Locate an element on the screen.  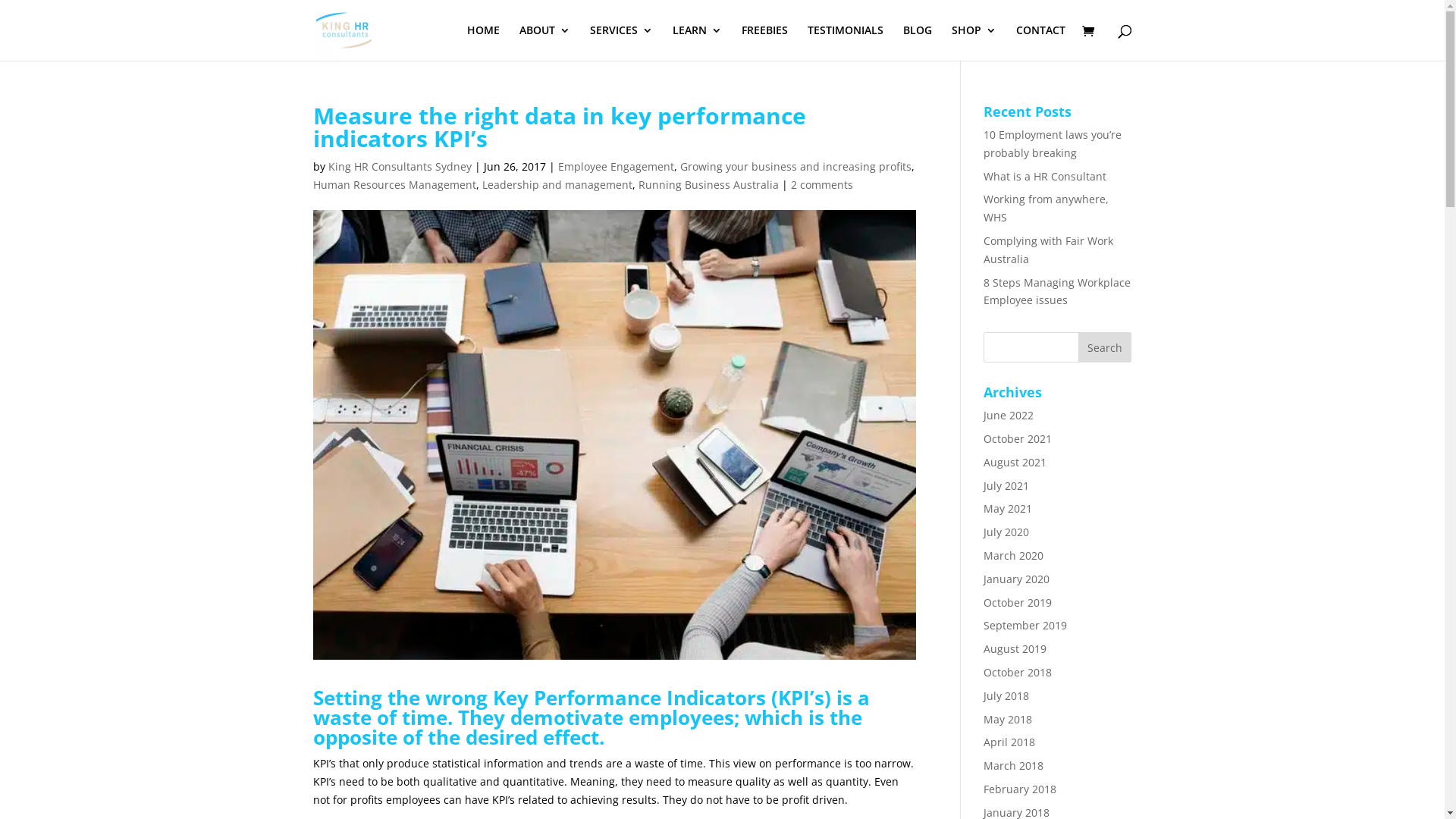
'March 2018' is located at coordinates (1013, 765).